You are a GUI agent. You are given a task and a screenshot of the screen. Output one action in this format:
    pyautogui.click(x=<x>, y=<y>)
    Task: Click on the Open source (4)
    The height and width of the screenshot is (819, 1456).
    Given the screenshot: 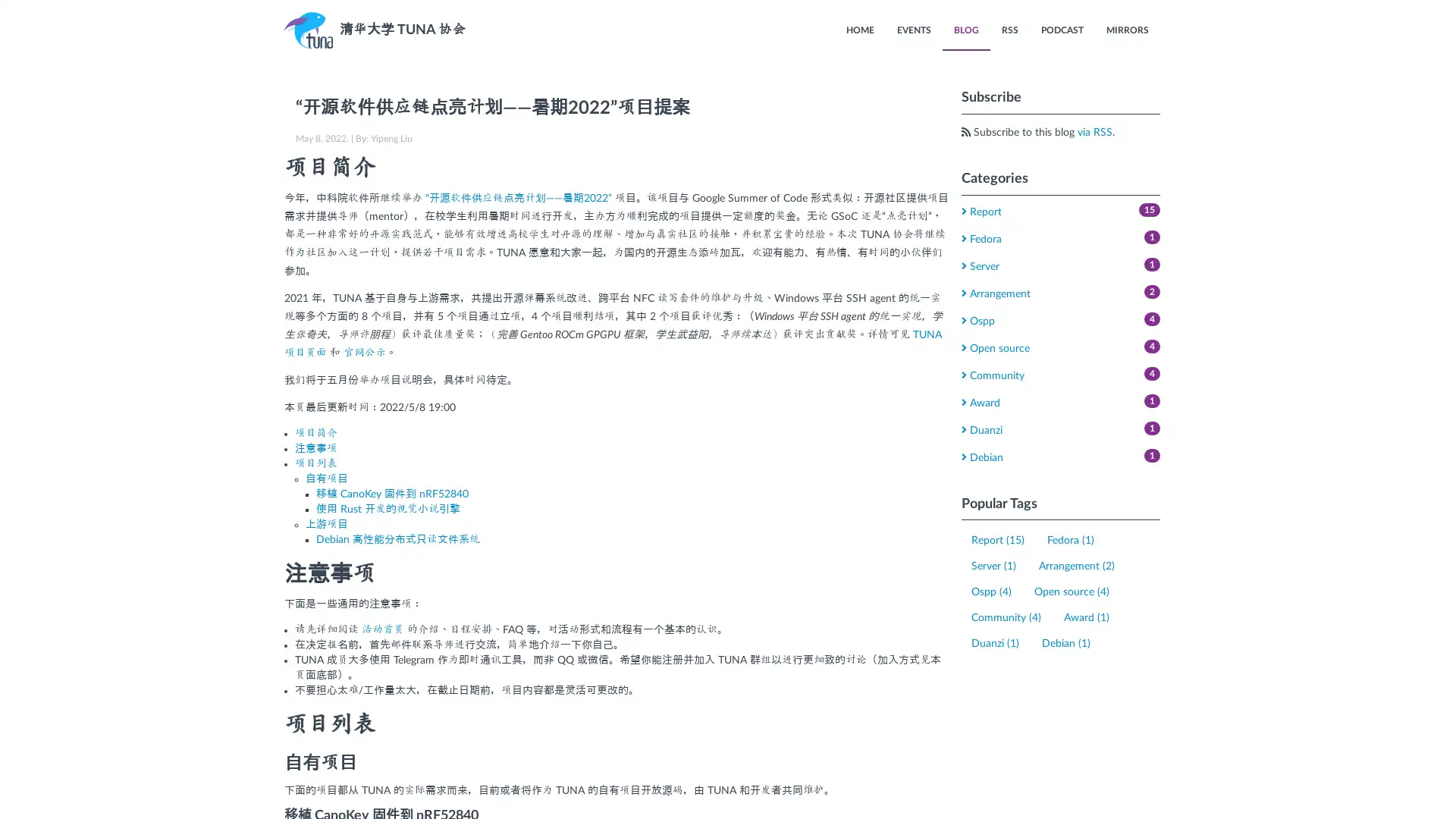 What is the action you would take?
    pyautogui.click(x=1070, y=591)
    